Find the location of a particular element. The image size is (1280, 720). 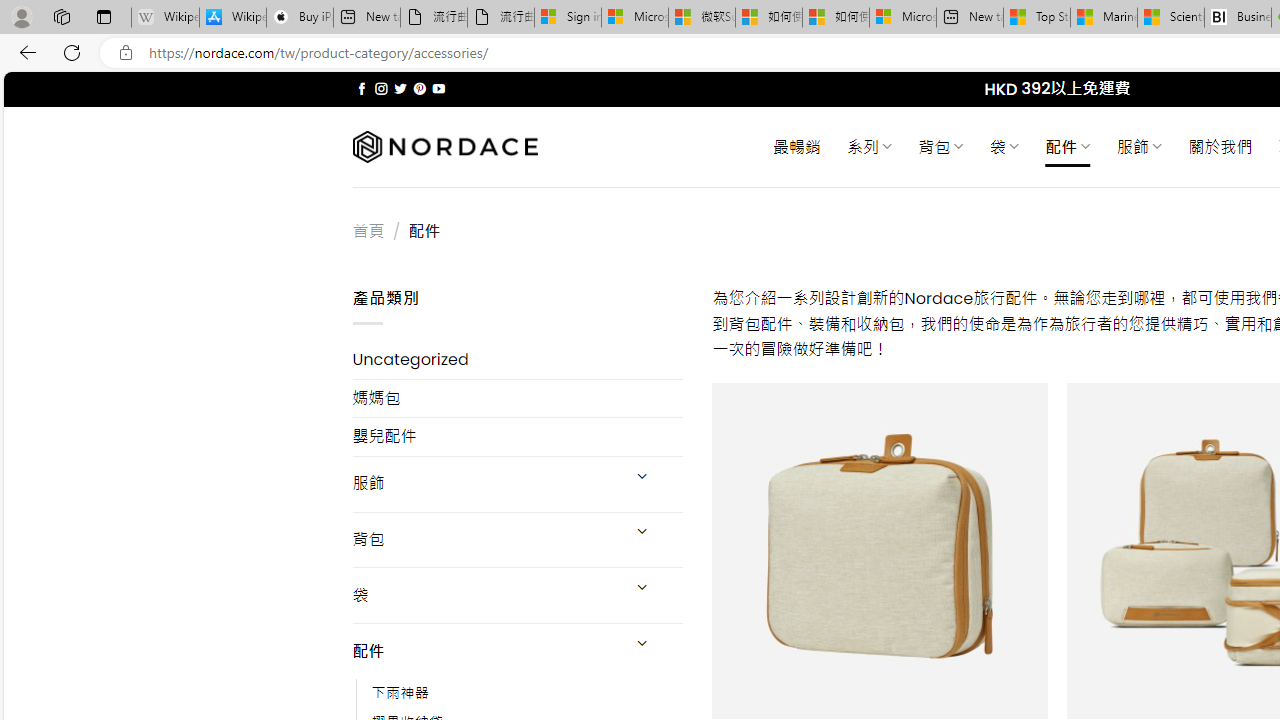

'Follow on Pinterest' is located at coordinates (418, 88).